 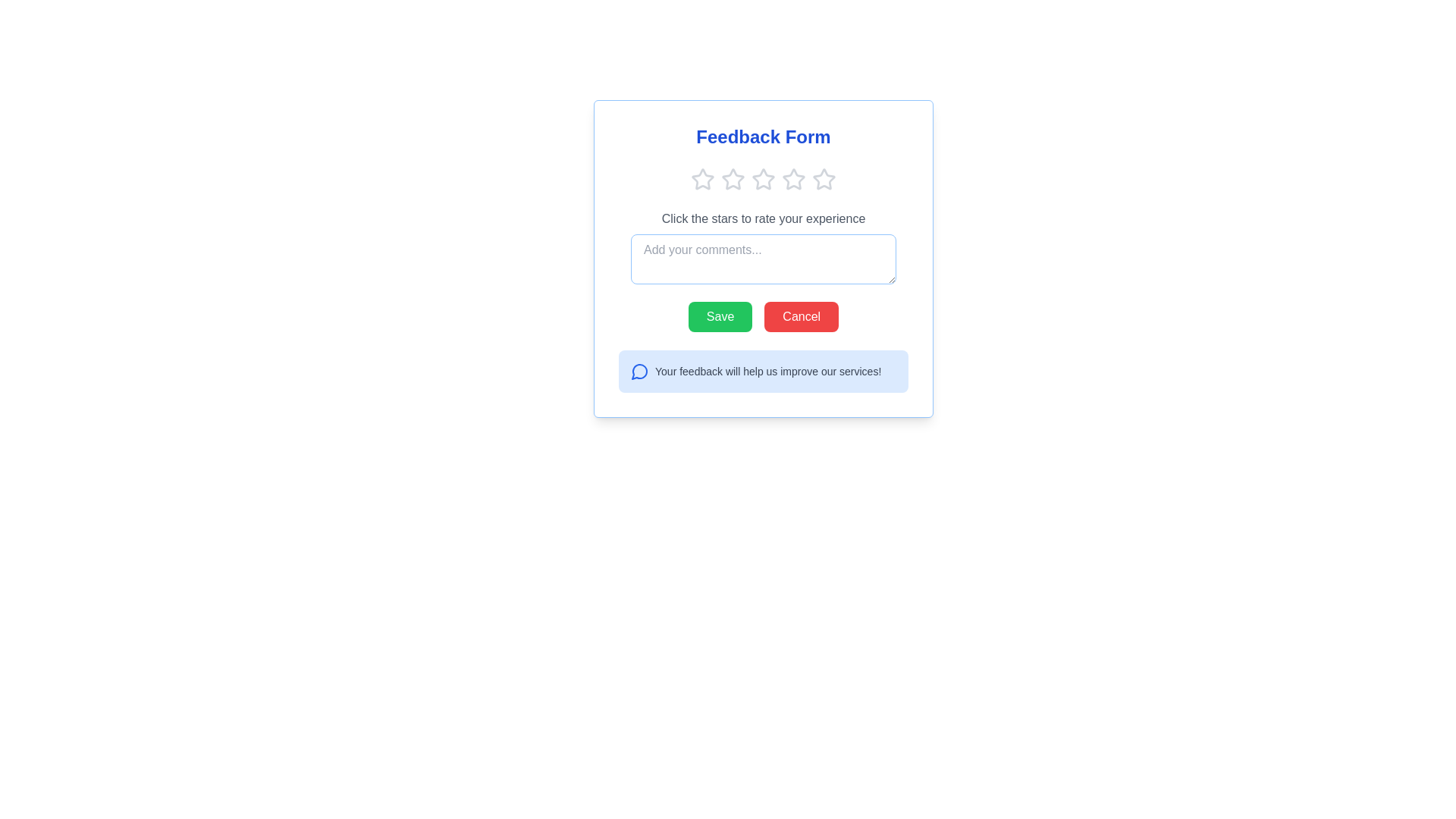 What do you see at coordinates (733, 178) in the screenshot?
I see `the third star icon in the rating control` at bounding box center [733, 178].